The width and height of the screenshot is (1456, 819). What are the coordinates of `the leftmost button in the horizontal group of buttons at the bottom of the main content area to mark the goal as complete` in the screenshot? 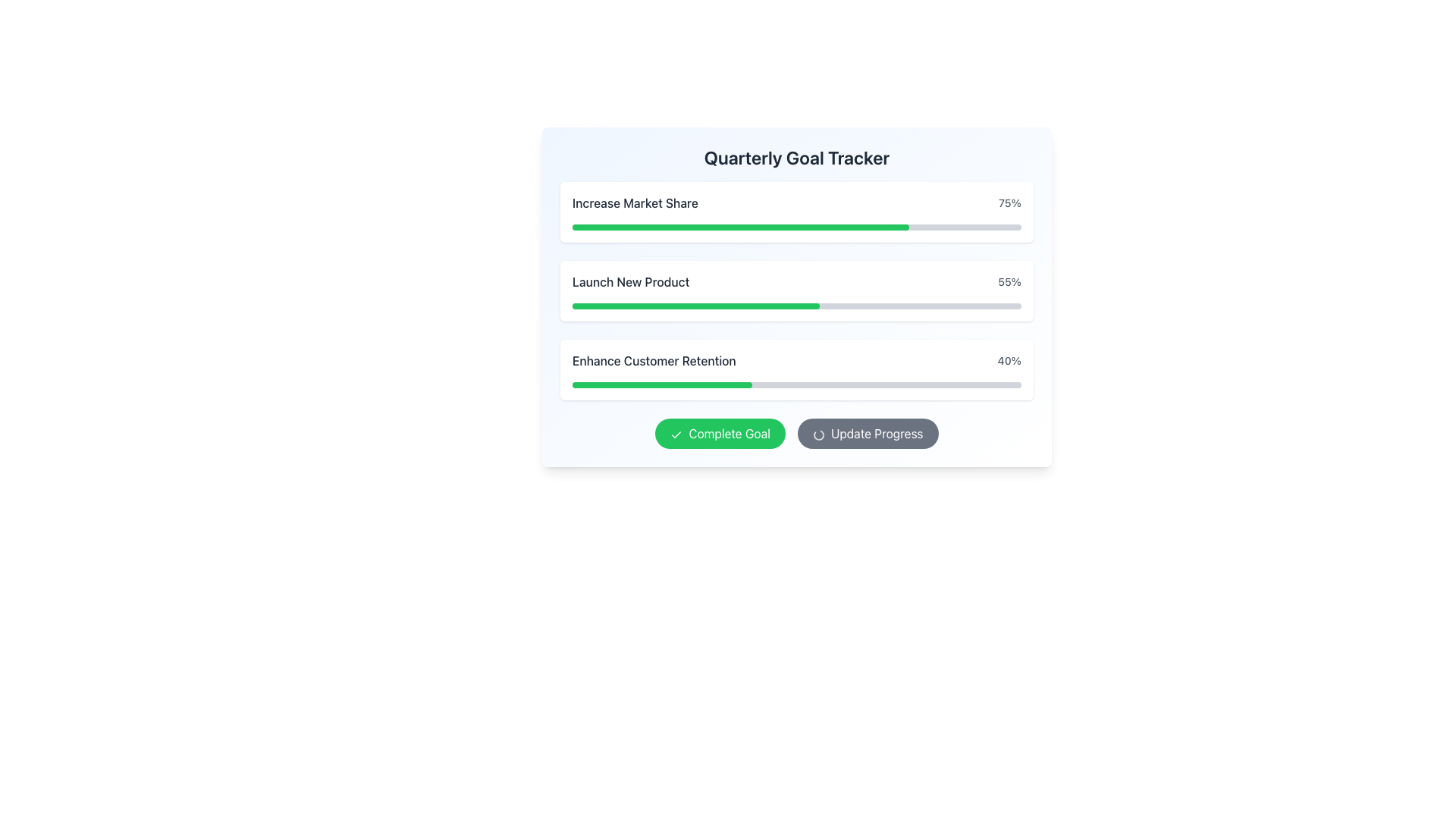 It's located at (720, 433).